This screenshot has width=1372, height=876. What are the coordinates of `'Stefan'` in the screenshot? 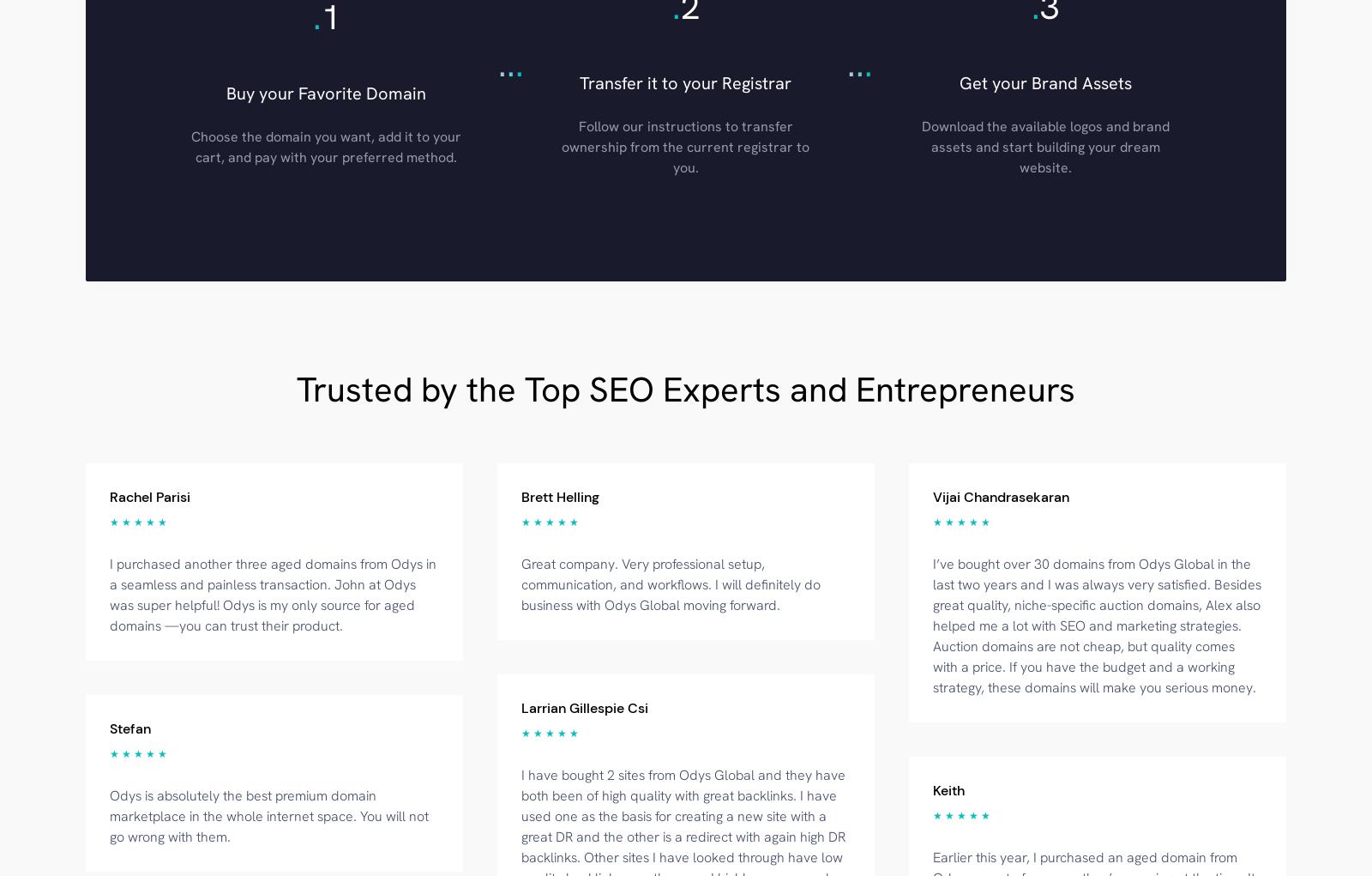 It's located at (129, 728).